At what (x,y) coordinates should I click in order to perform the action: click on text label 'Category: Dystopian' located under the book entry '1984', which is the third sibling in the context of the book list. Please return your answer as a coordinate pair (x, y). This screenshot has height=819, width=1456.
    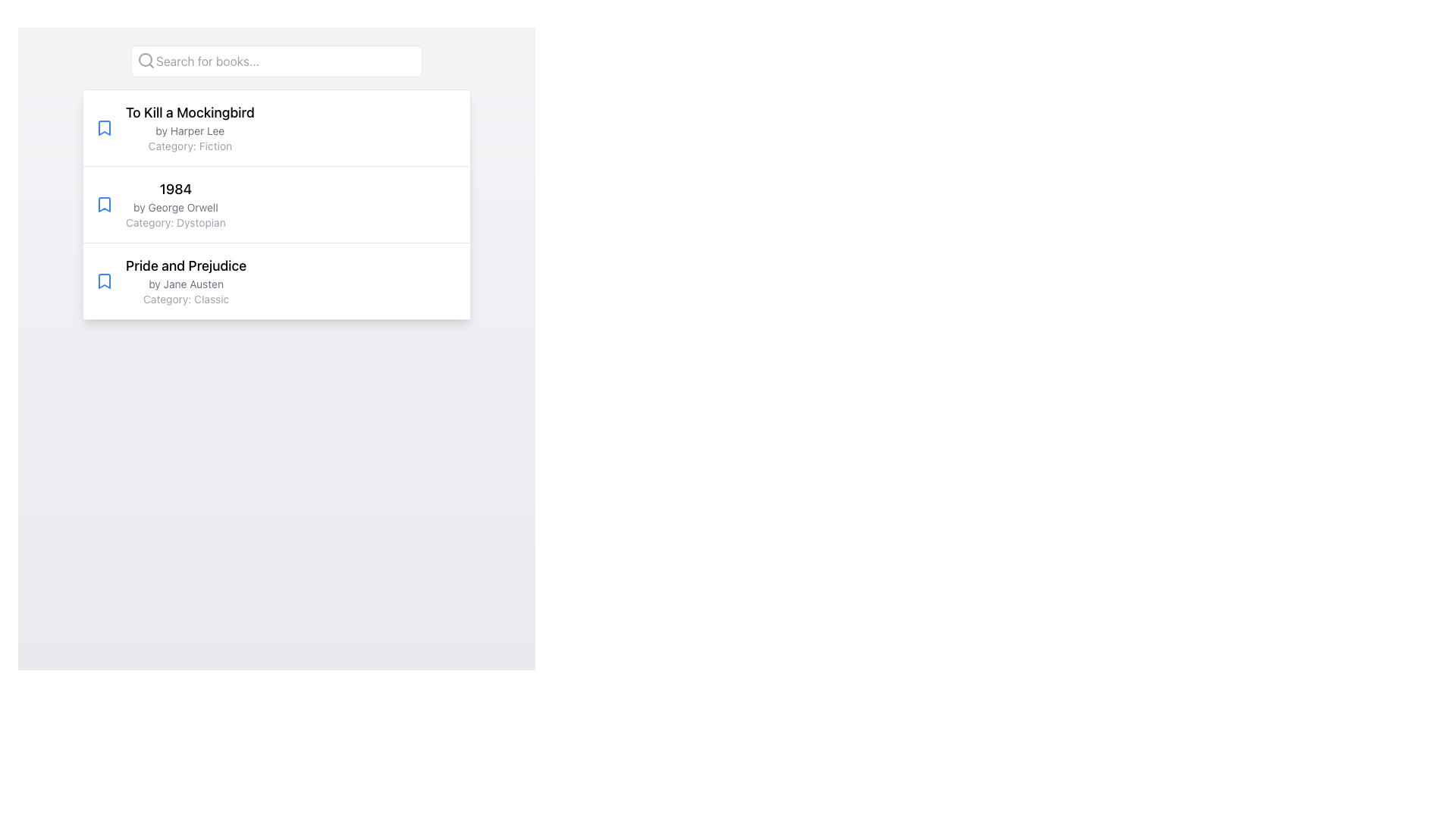
    Looking at the image, I should click on (175, 222).